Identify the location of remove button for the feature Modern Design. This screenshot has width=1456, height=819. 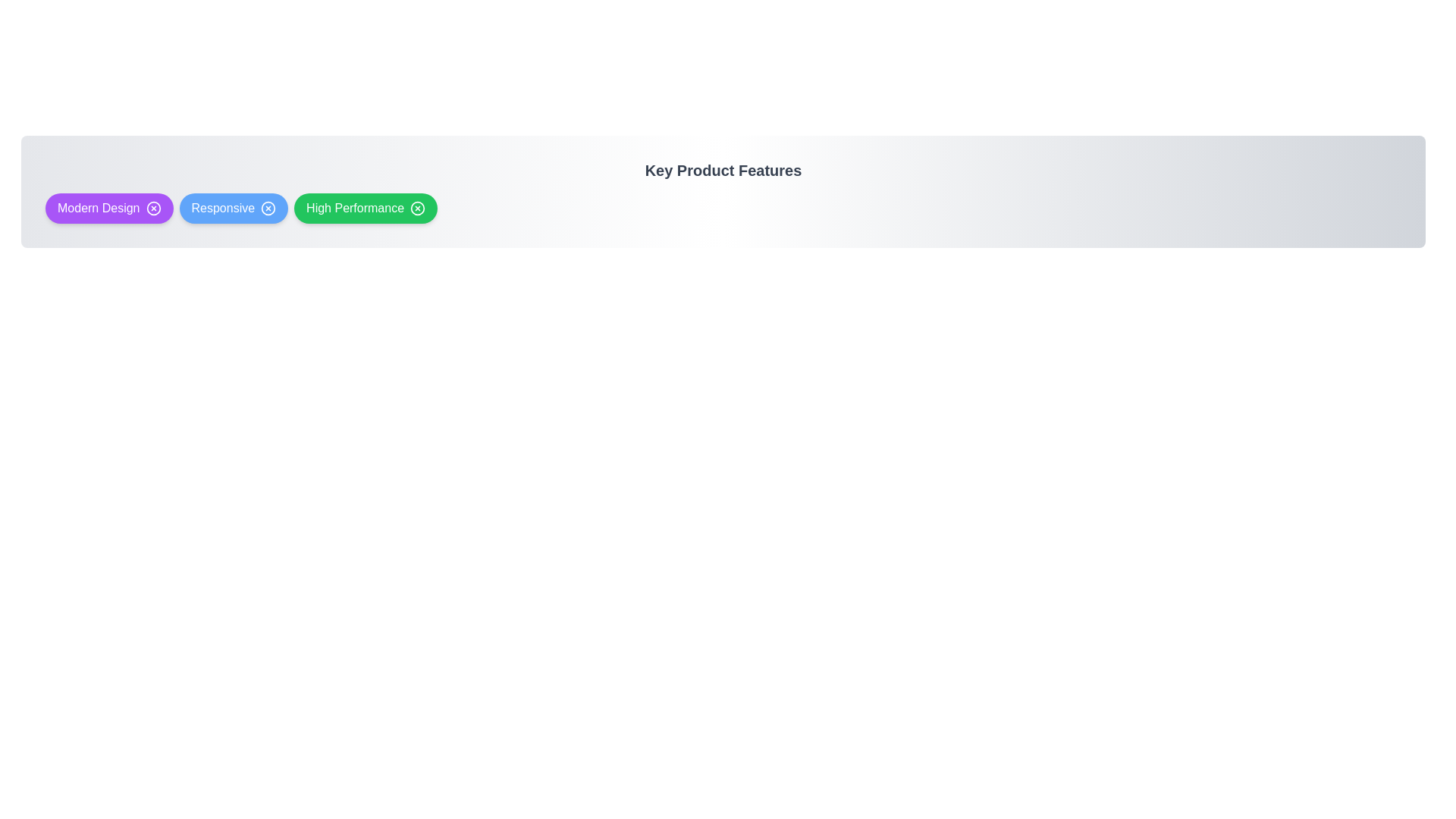
(153, 208).